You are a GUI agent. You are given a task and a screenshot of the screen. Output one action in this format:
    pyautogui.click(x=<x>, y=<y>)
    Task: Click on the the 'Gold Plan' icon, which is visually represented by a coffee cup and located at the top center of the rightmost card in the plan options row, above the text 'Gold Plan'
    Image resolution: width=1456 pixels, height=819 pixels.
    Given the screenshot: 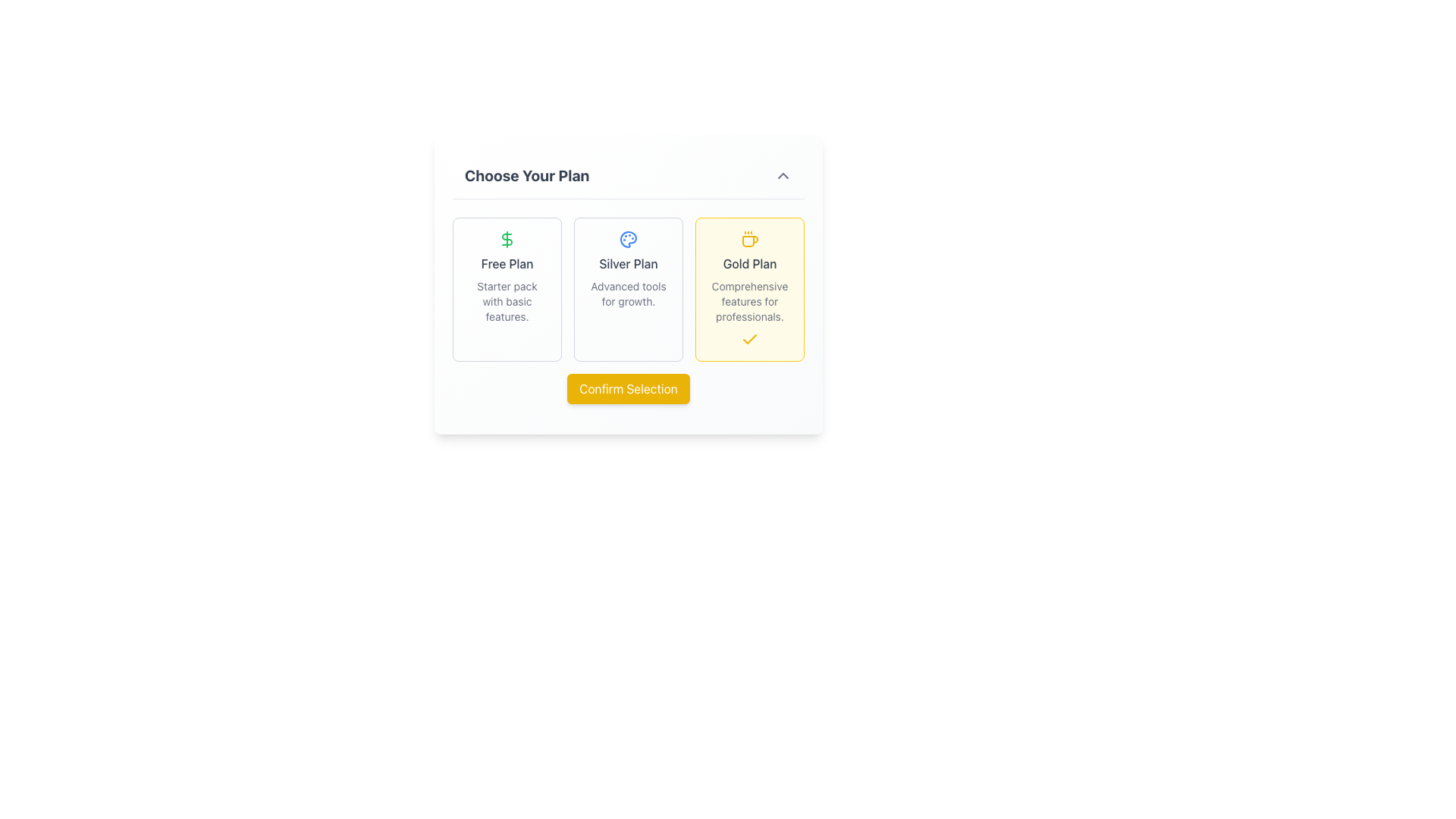 What is the action you would take?
    pyautogui.click(x=749, y=239)
    